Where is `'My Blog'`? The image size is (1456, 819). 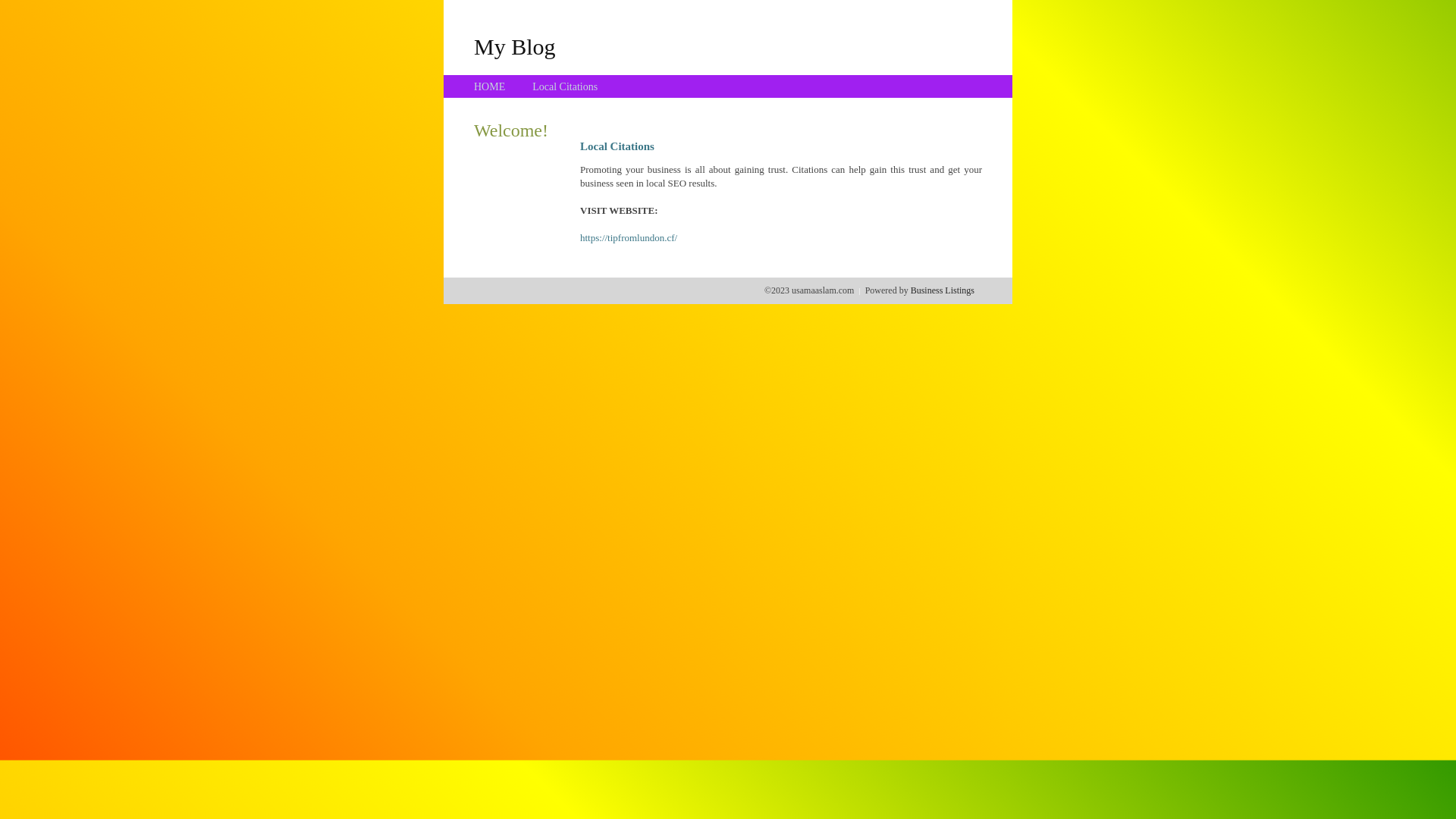 'My Blog' is located at coordinates (514, 45).